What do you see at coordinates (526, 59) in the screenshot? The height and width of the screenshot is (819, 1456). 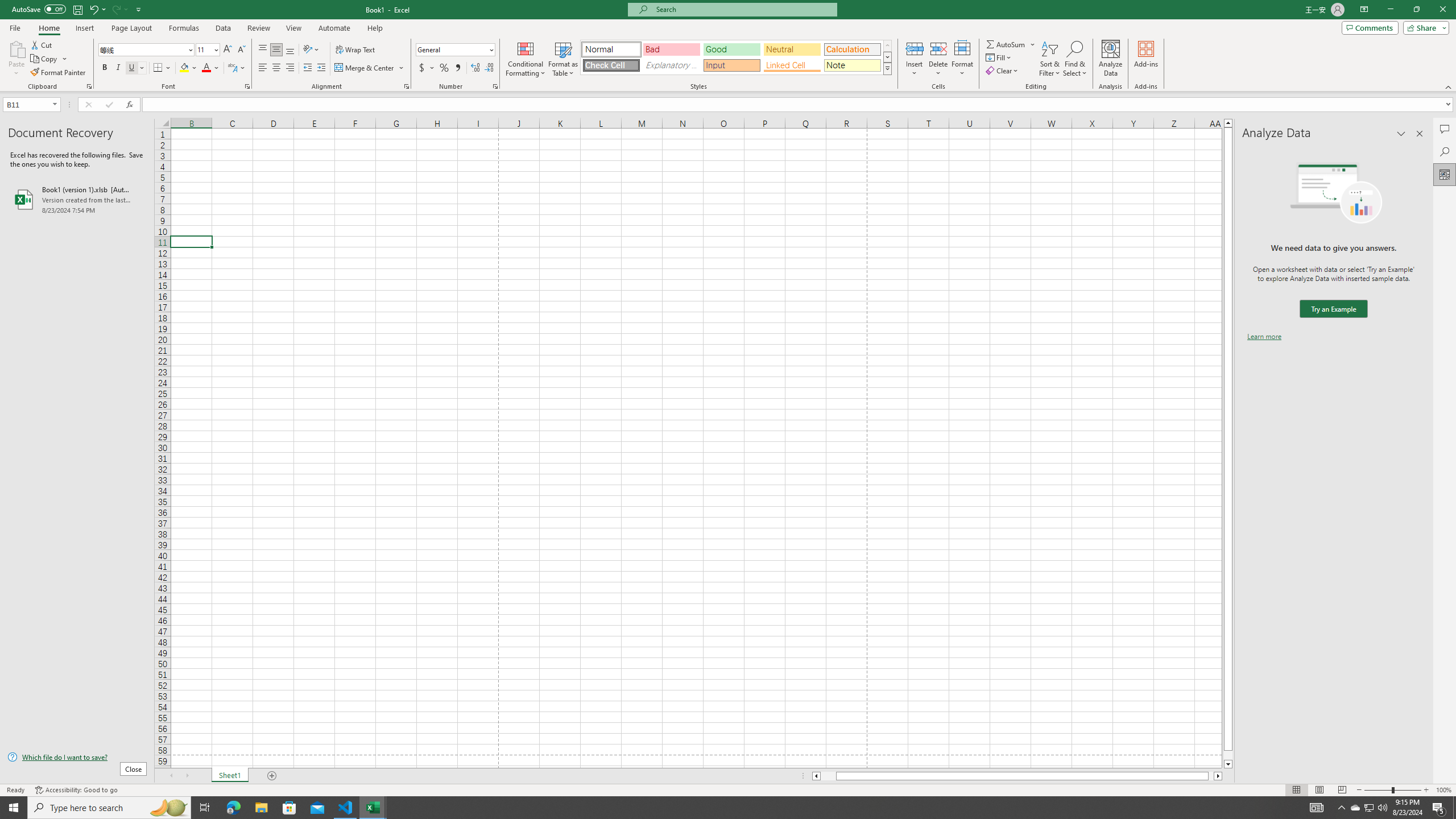 I see `'Conditional Formatting'` at bounding box center [526, 59].